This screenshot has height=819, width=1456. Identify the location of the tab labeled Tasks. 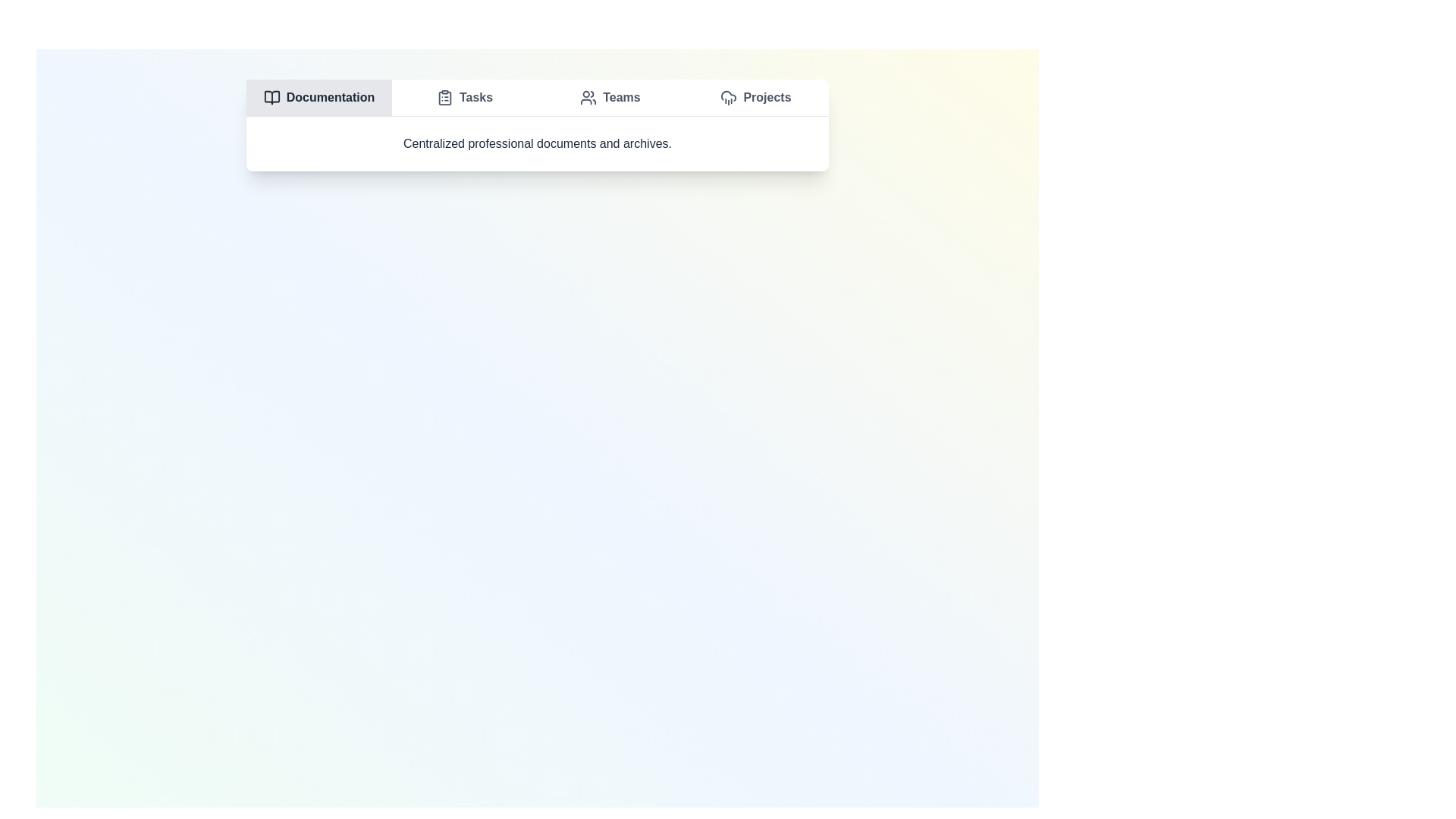
(464, 97).